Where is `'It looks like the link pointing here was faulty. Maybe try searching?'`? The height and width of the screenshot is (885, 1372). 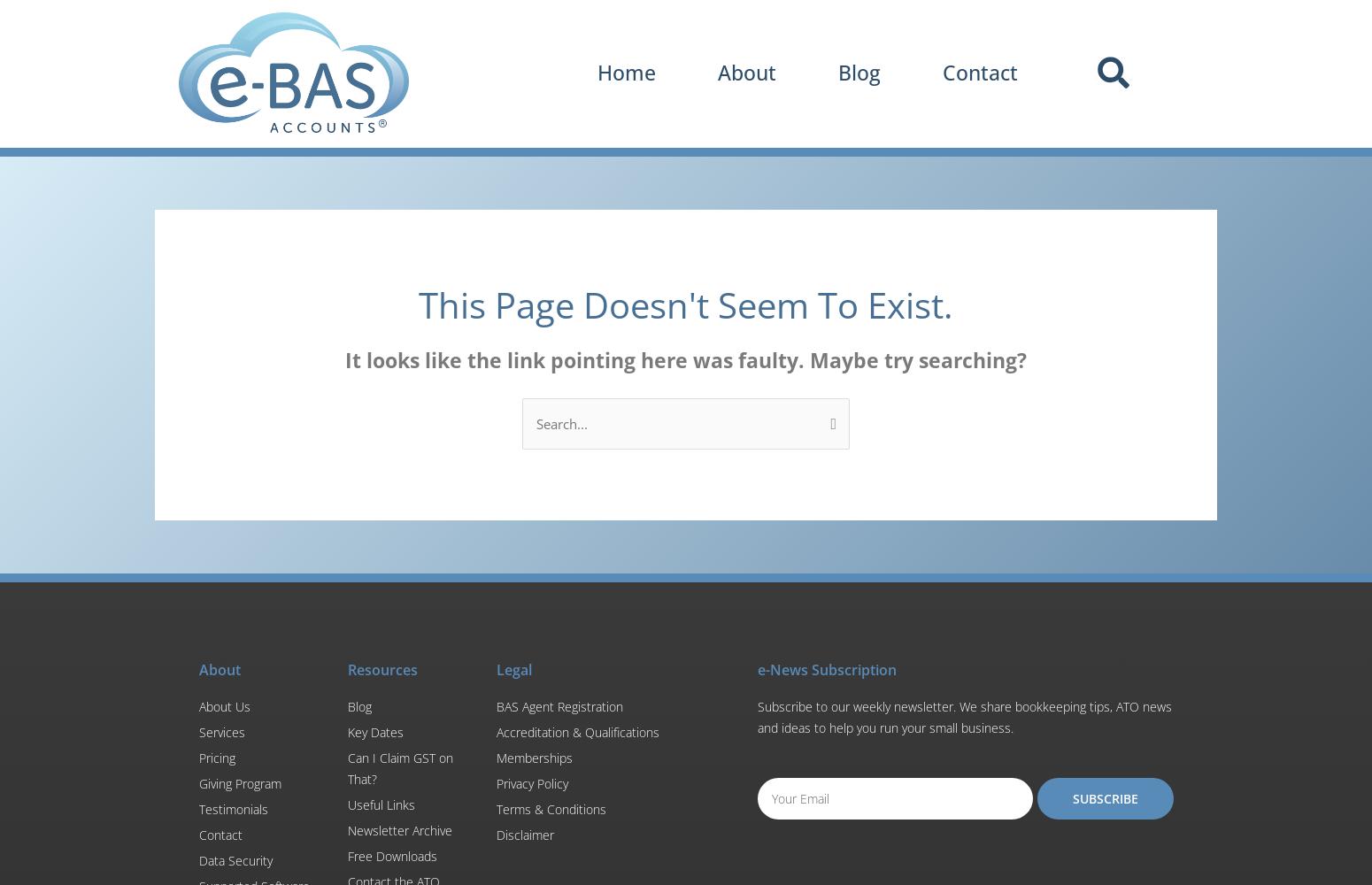
'It looks like the link pointing here was faulty. Maybe try searching?' is located at coordinates (686, 359).